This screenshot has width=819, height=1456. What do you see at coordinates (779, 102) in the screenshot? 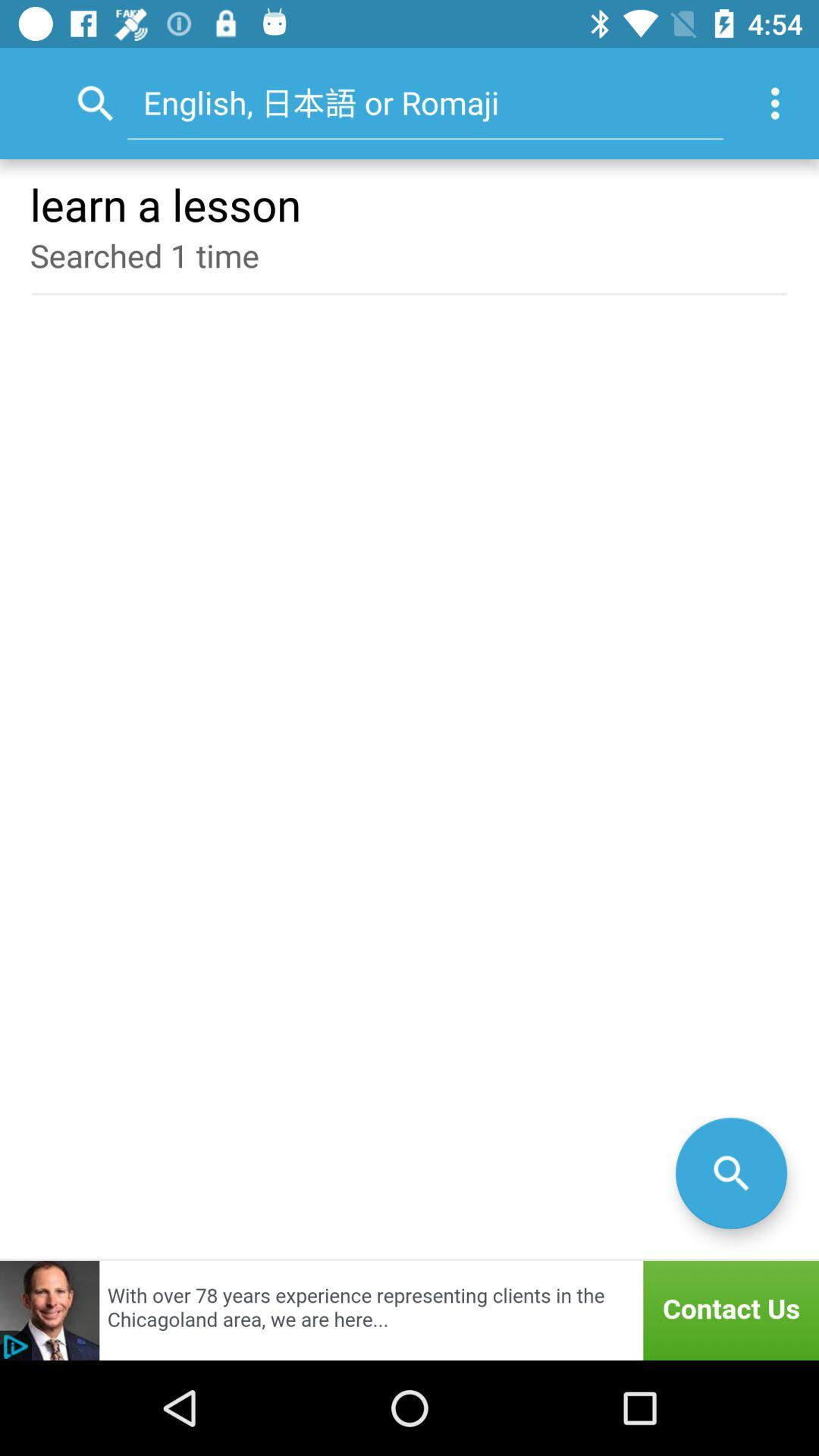
I see `icon above the learn a lesson` at bounding box center [779, 102].